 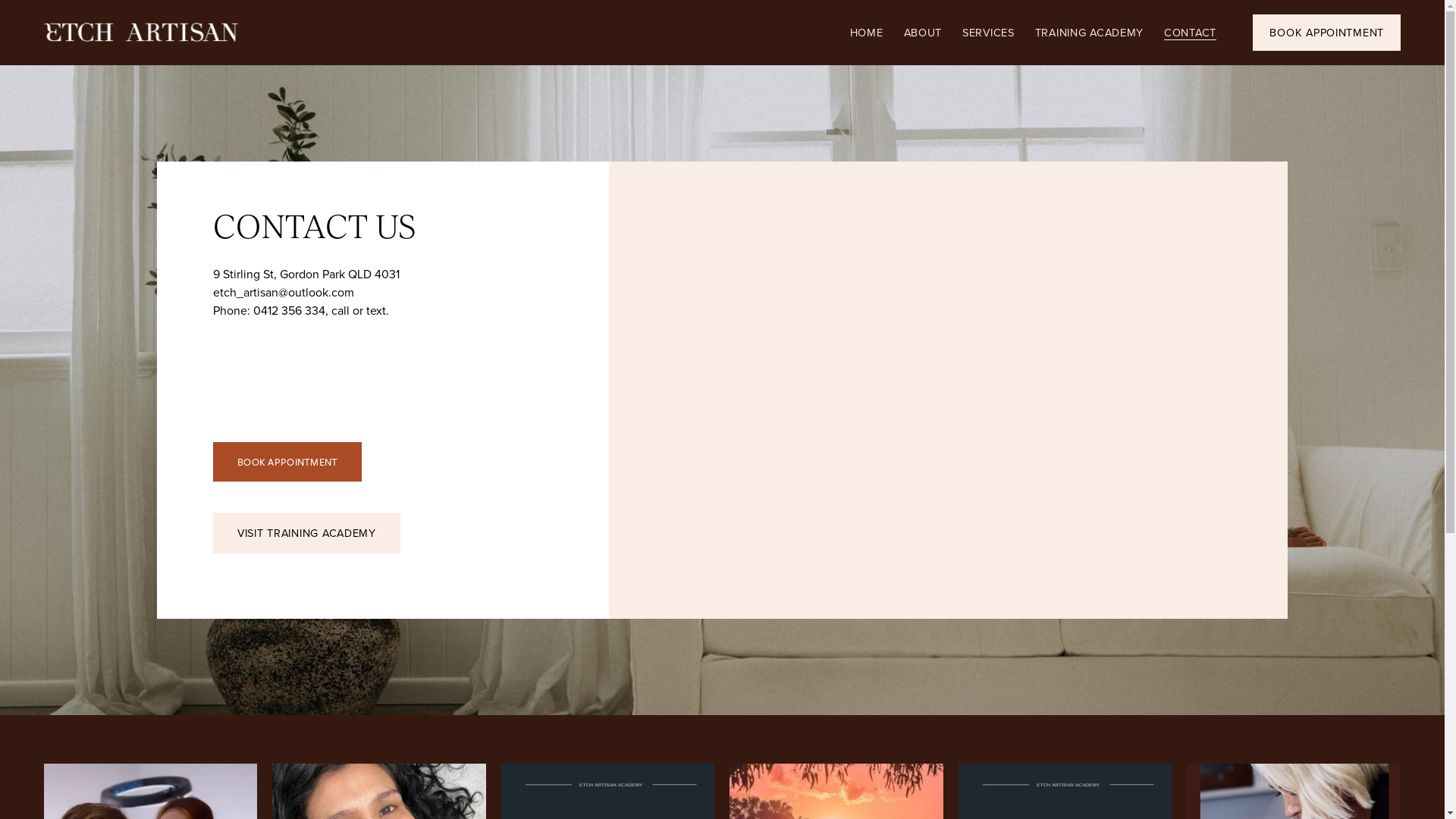 I want to click on 'etch_artisan@outlook.com', so click(x=284, y=292).